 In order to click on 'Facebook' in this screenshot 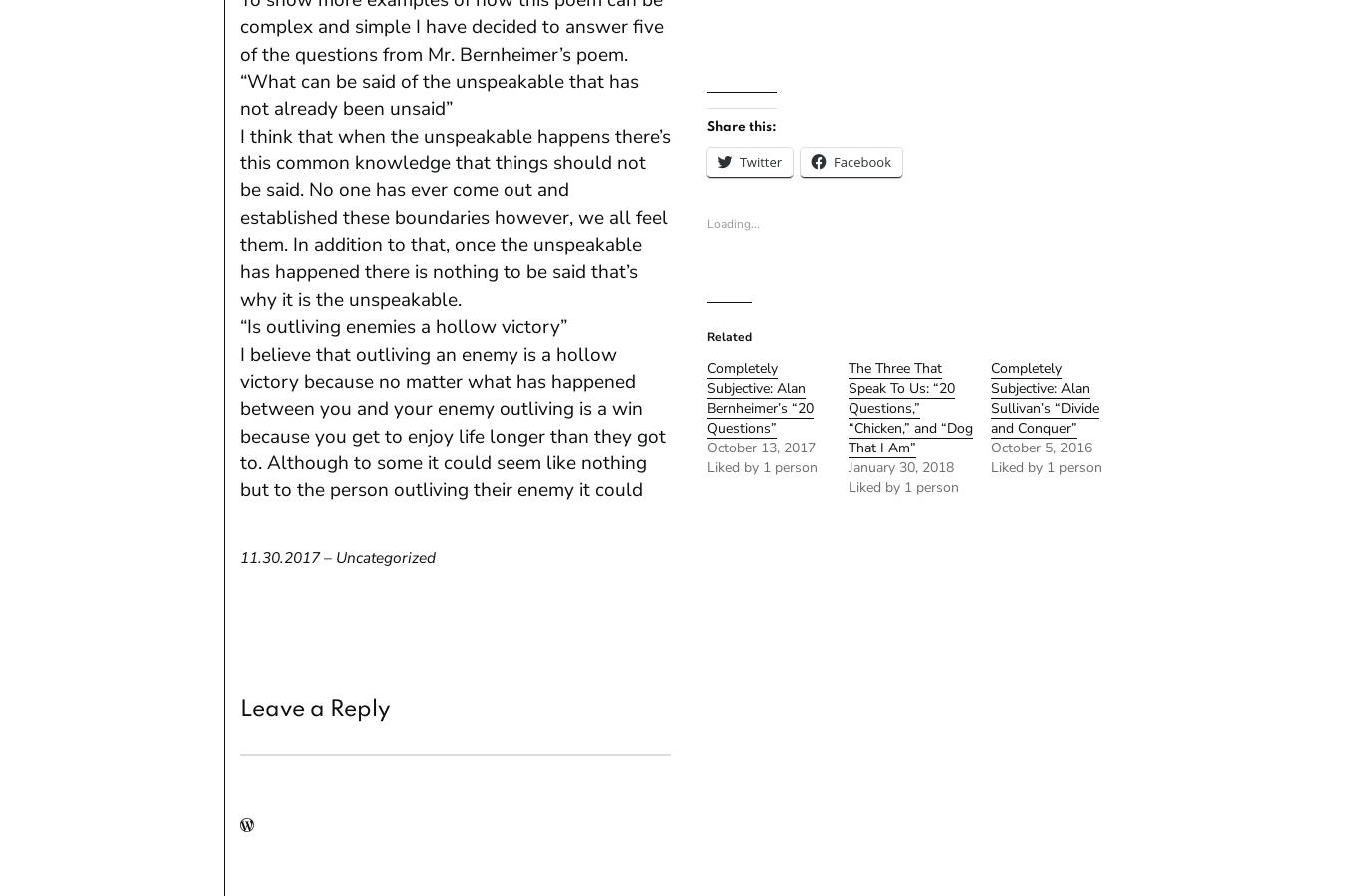, I will do `click(860, 160)`.